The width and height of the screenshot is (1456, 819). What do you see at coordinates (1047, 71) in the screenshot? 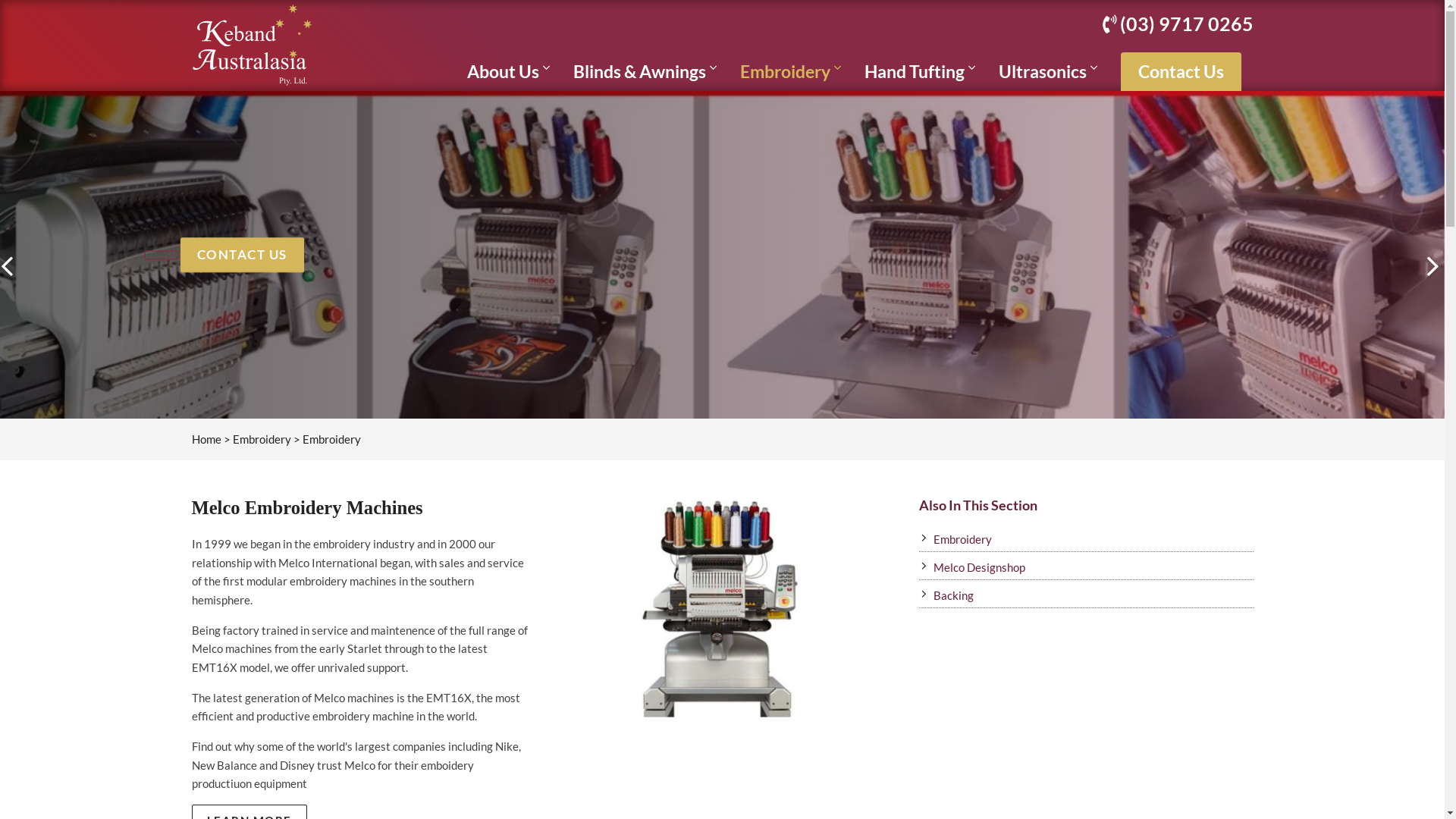
I see `'Ultrasonics'` at bounding box center [1047, 71].